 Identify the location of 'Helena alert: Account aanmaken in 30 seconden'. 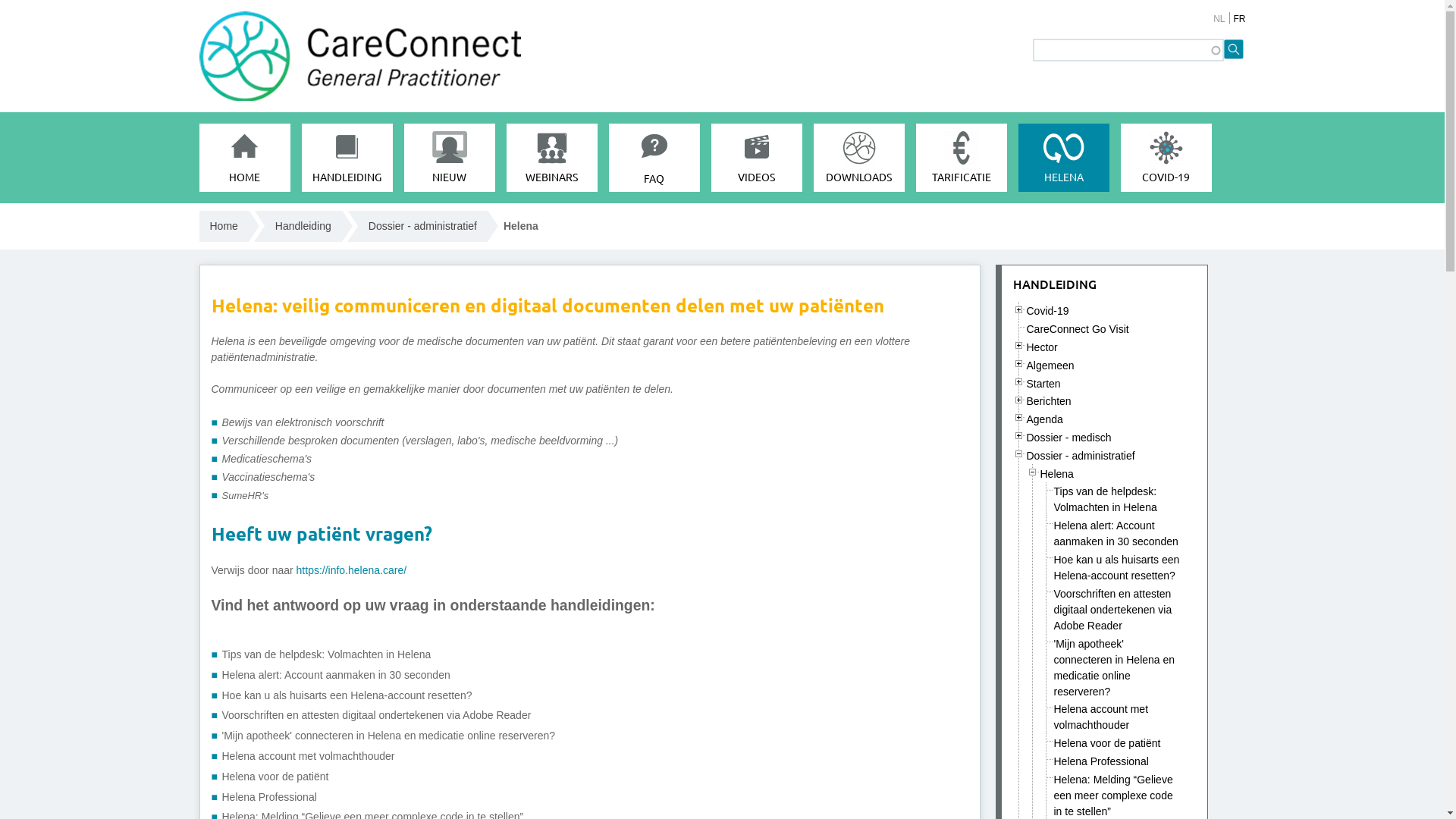
(1116, 532).